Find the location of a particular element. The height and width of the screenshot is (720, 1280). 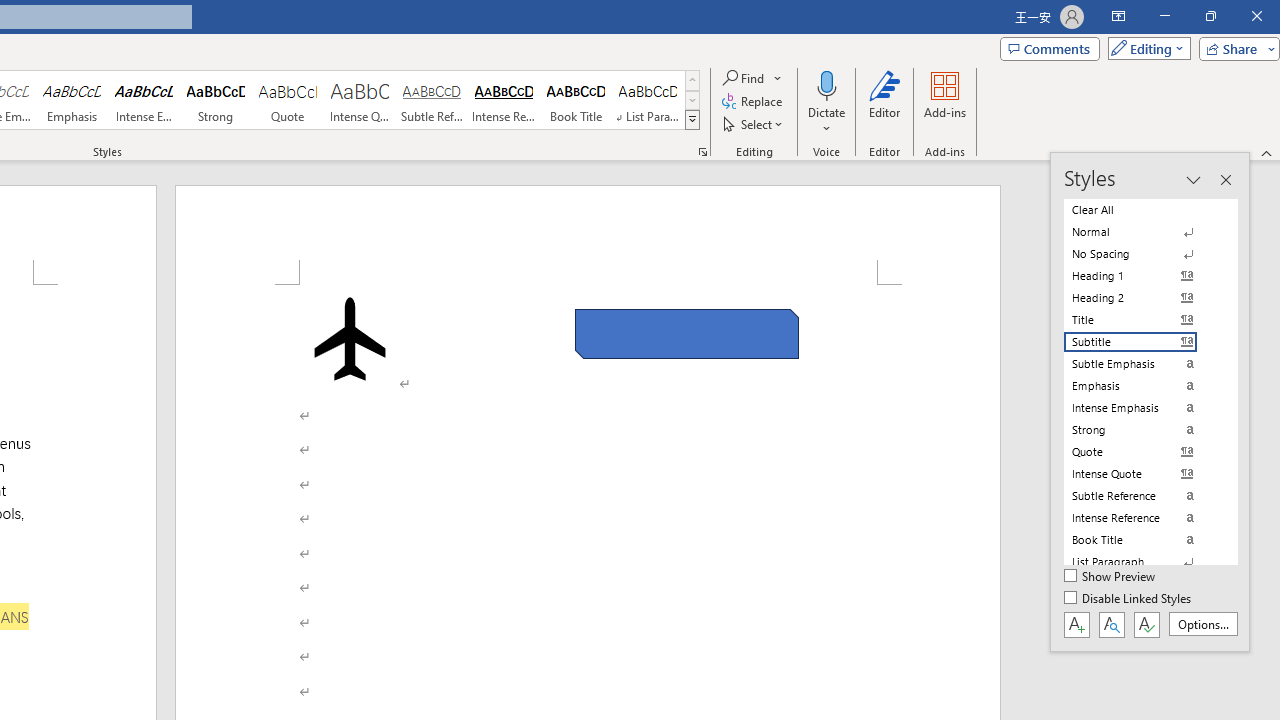

'Replace...' is located at coordinates (752, 101).